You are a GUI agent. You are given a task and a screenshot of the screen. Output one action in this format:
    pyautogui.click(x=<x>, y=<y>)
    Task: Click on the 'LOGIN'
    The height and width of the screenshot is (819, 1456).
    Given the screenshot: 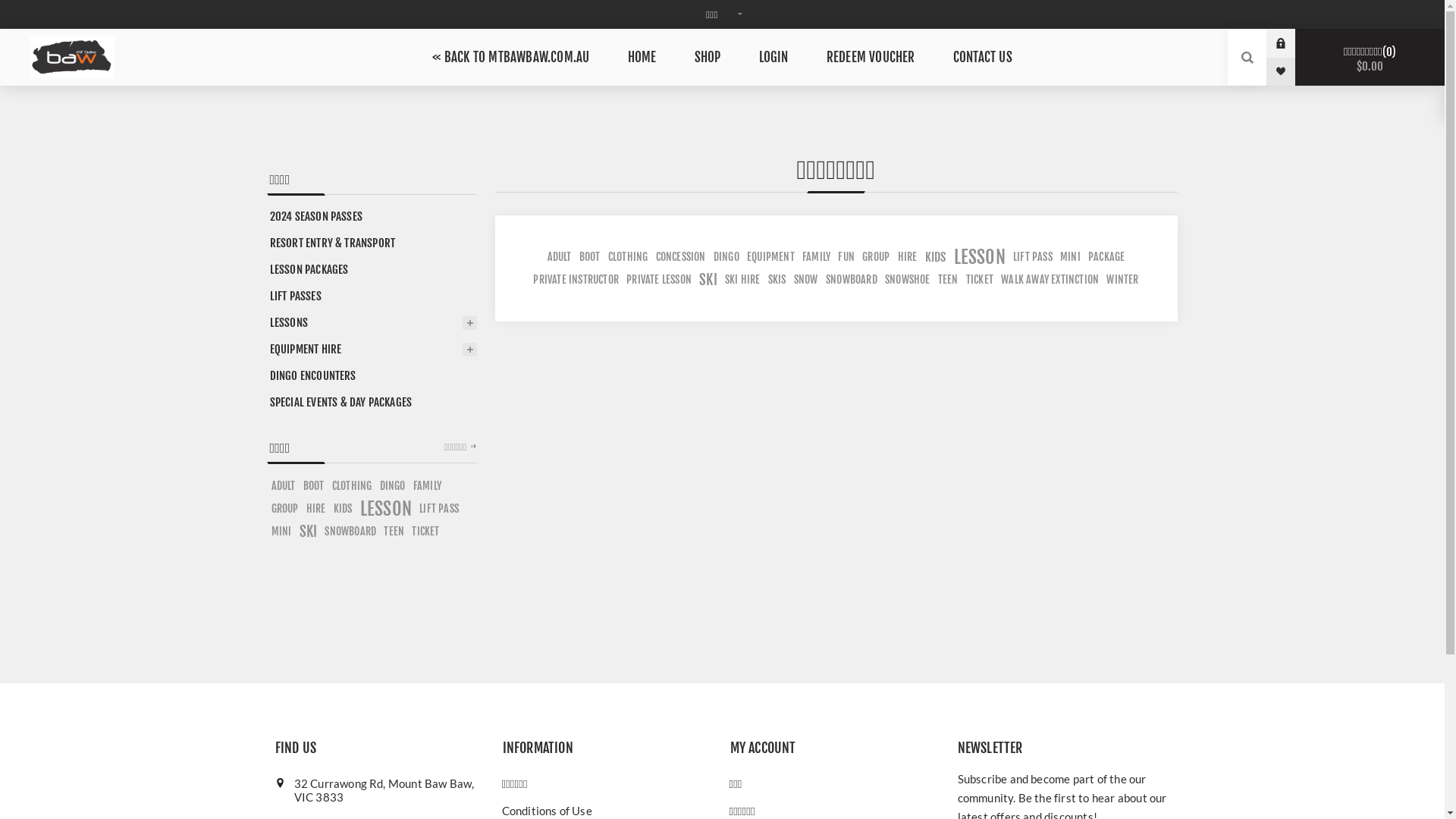 What is the action you would take?
    pyautogui.click(x=773, y=56)
    